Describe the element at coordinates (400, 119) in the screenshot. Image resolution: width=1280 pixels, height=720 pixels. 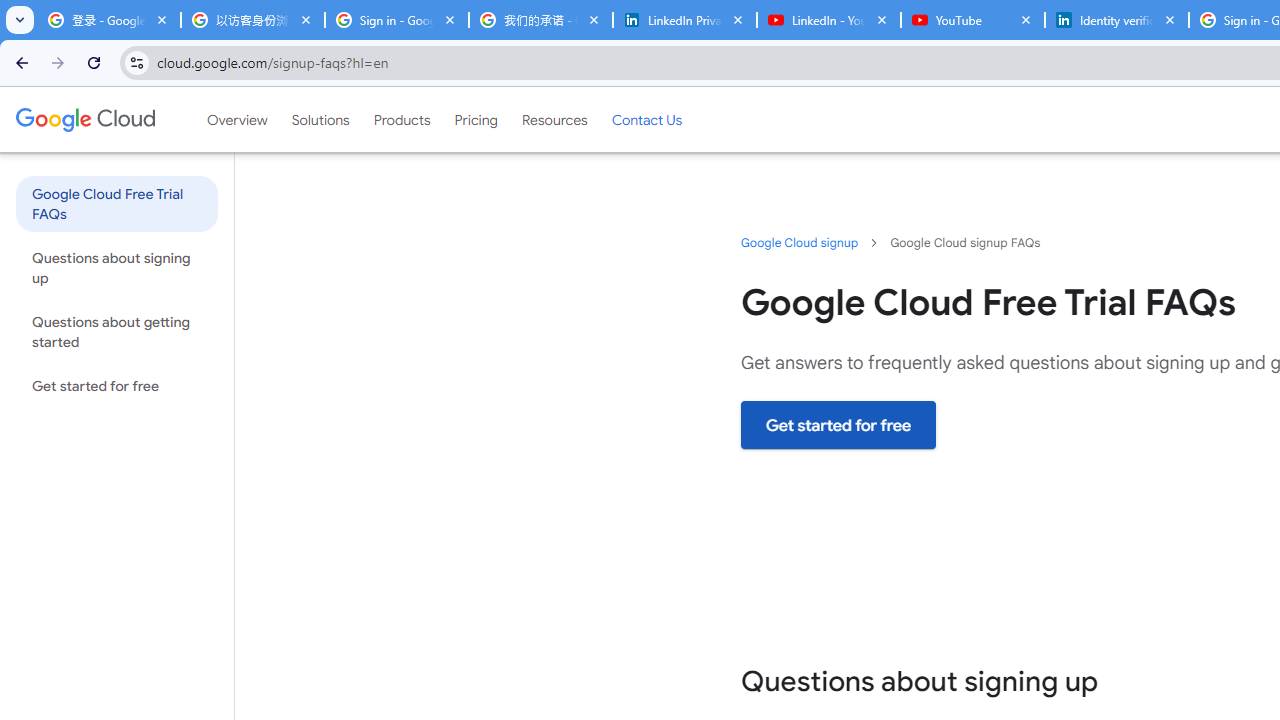
I see `'Products'` at that location.